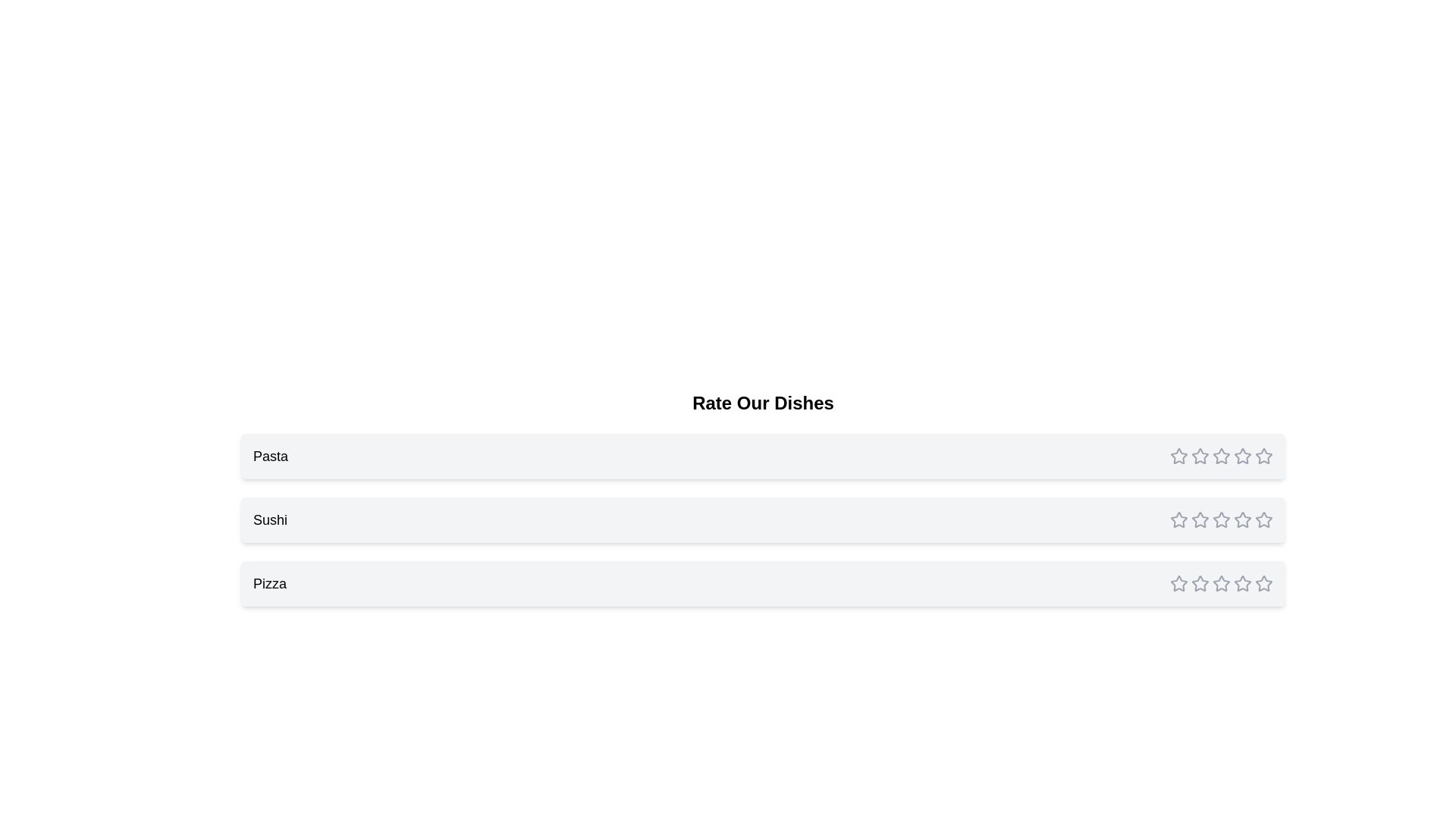  What do you see at coordinates (1178, 583) in the screenshot?
I see `the first Rating star icon for 'Pizza' to capture the user's rating input` at bounding box center [1178, 583].